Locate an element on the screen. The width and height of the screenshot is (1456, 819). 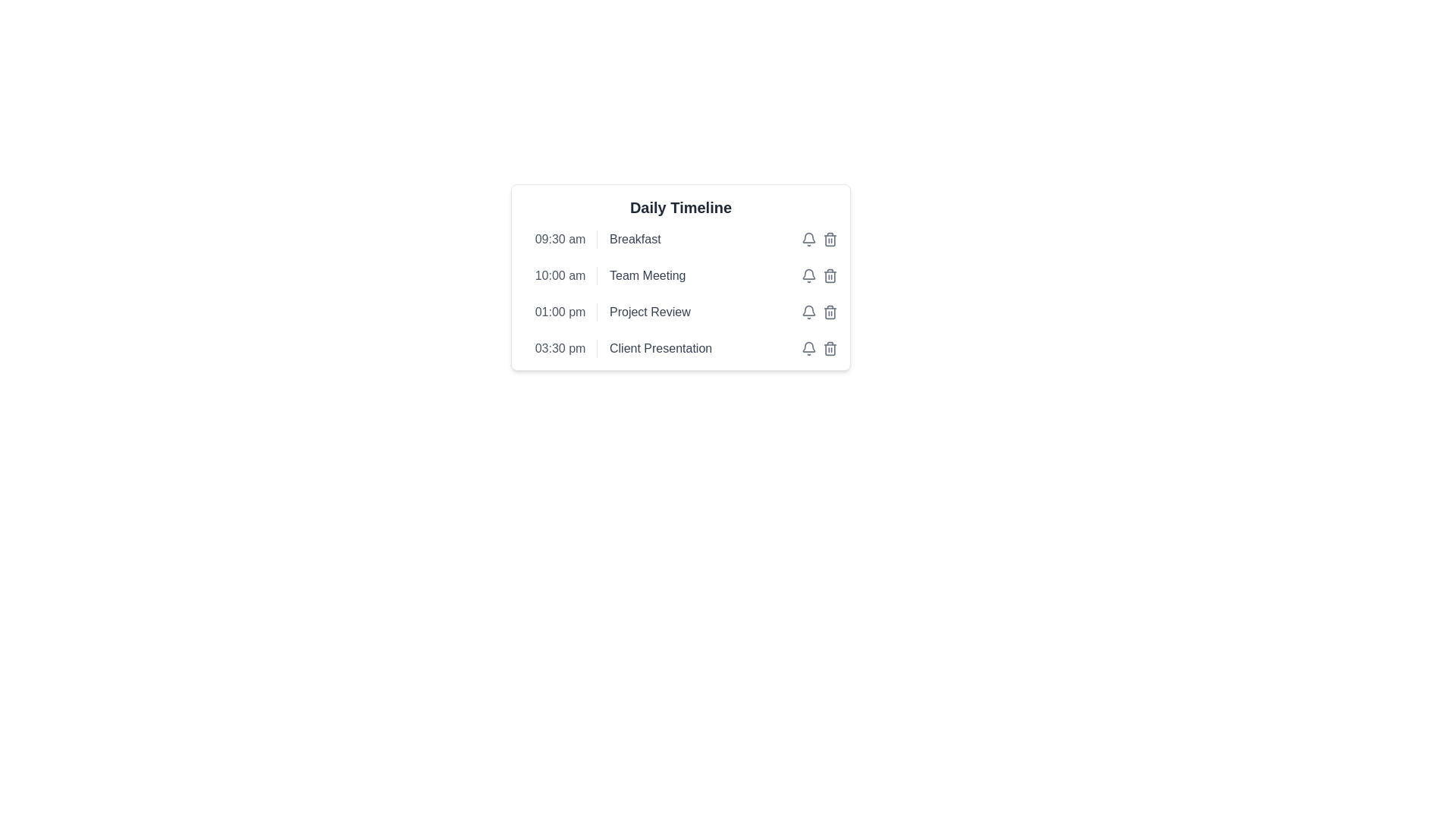
the notifications button located to the right of the 'Project Review' text label is located at coordinates (808, 239).